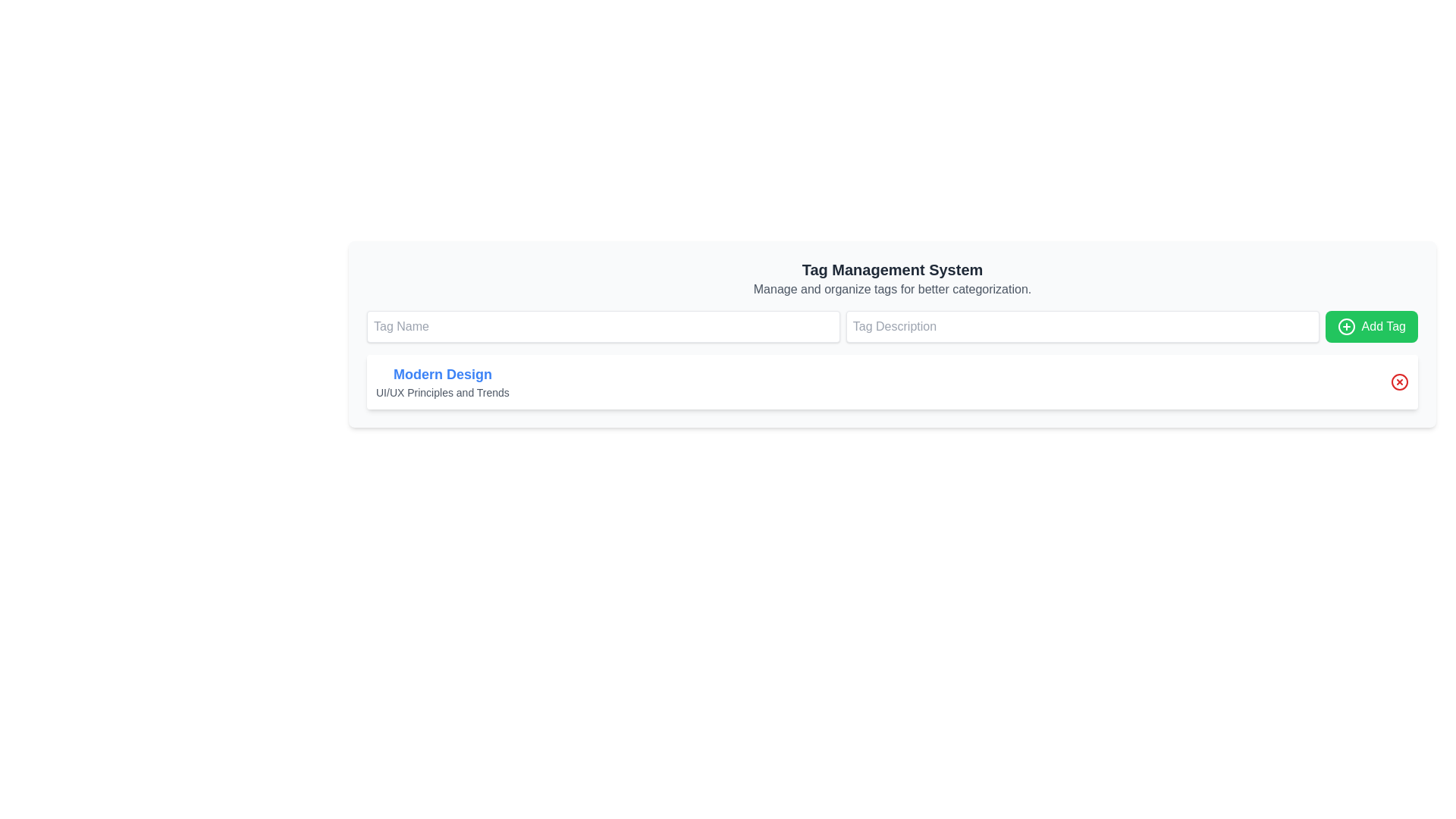 Image resolution: width=1456 pixels, height=819 pixels. What do you see at coordinates (1346, 326) in the screenshot?
I see `the circular green button with a white plus icon` at bounding box center [1346, 326].